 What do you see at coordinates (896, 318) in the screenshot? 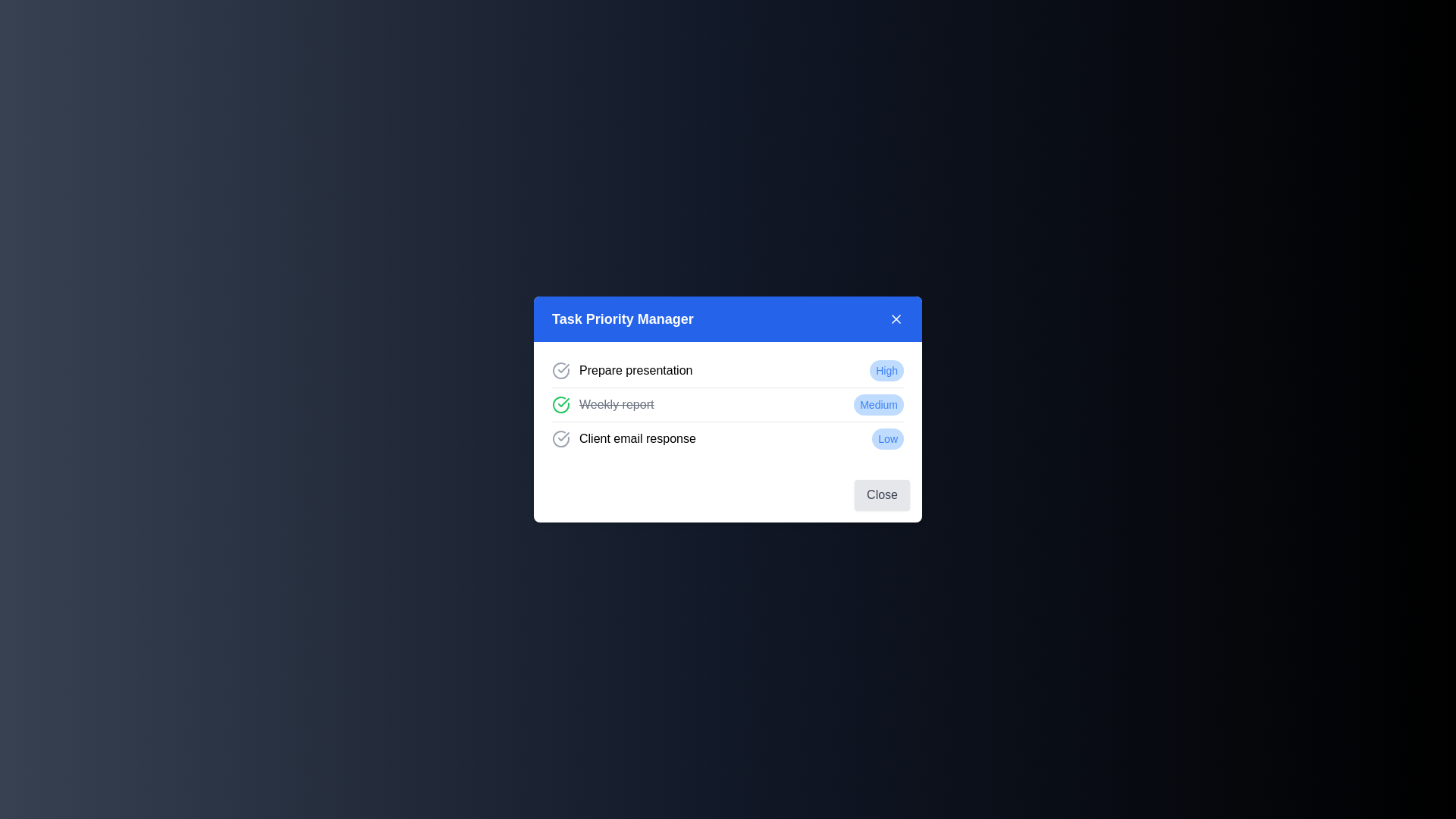
I see `the Close button styled as an icon located in the top-right corner of the 'Task Priority Manager' modal` at bounding box center [896, 318].